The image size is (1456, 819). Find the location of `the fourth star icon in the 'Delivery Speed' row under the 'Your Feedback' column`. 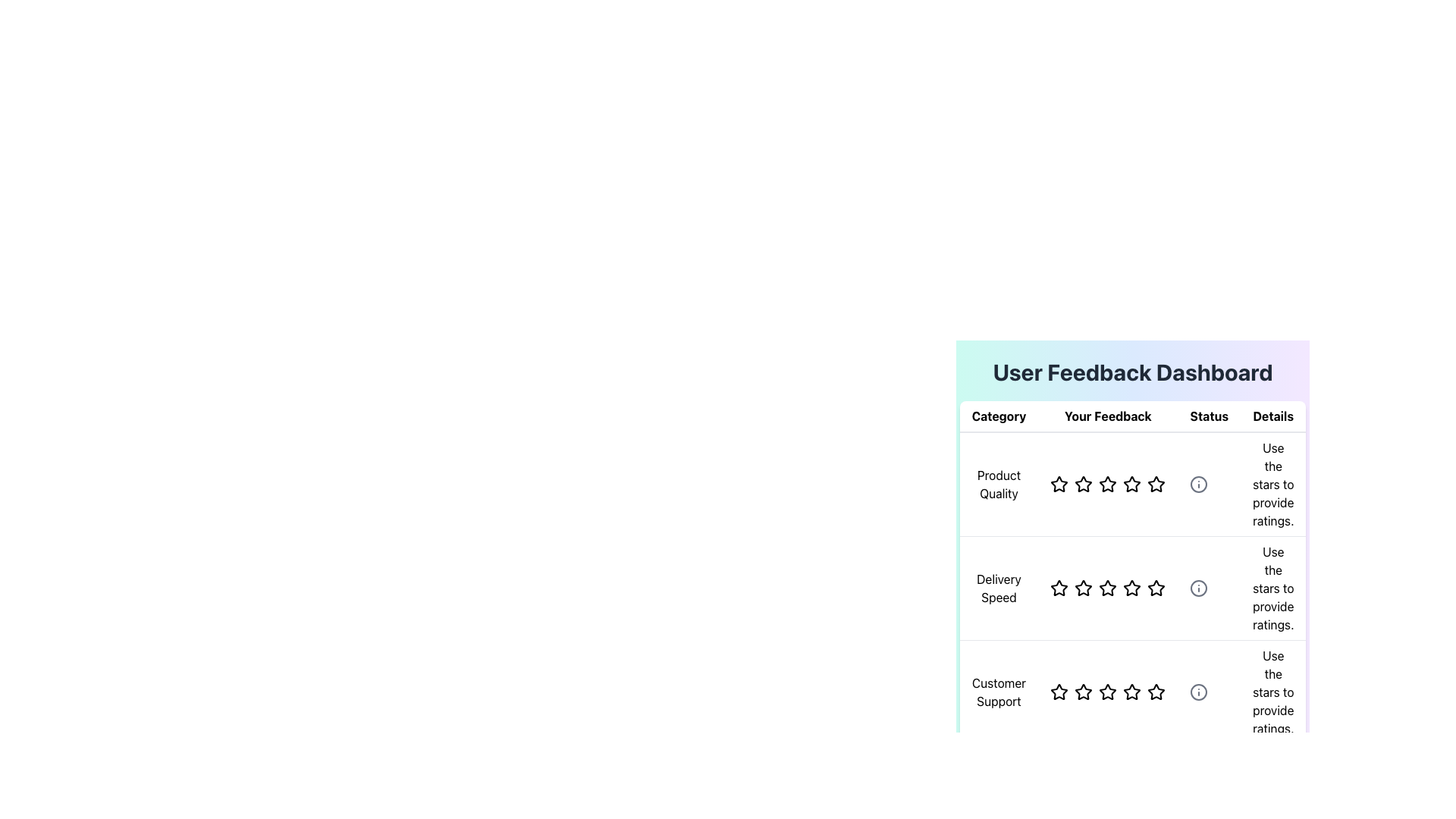

the fourth star icon in the 'Delivery Speed' row under the 'Your Feedback' column is located at coordinates (1131, 587).